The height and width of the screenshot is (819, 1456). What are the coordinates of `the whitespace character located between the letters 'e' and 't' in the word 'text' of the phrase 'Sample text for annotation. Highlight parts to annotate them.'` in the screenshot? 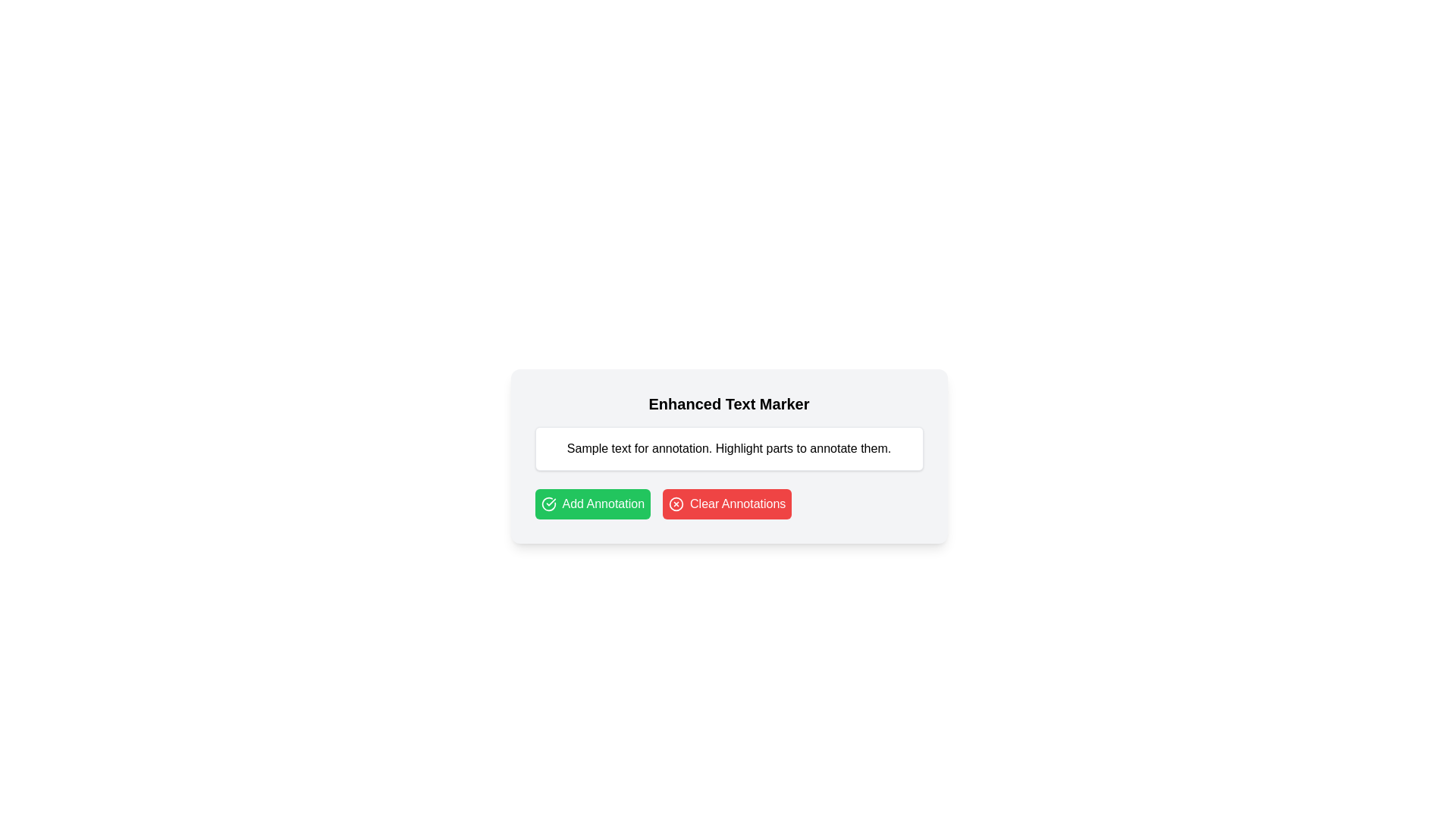 It's located at (610, 447).